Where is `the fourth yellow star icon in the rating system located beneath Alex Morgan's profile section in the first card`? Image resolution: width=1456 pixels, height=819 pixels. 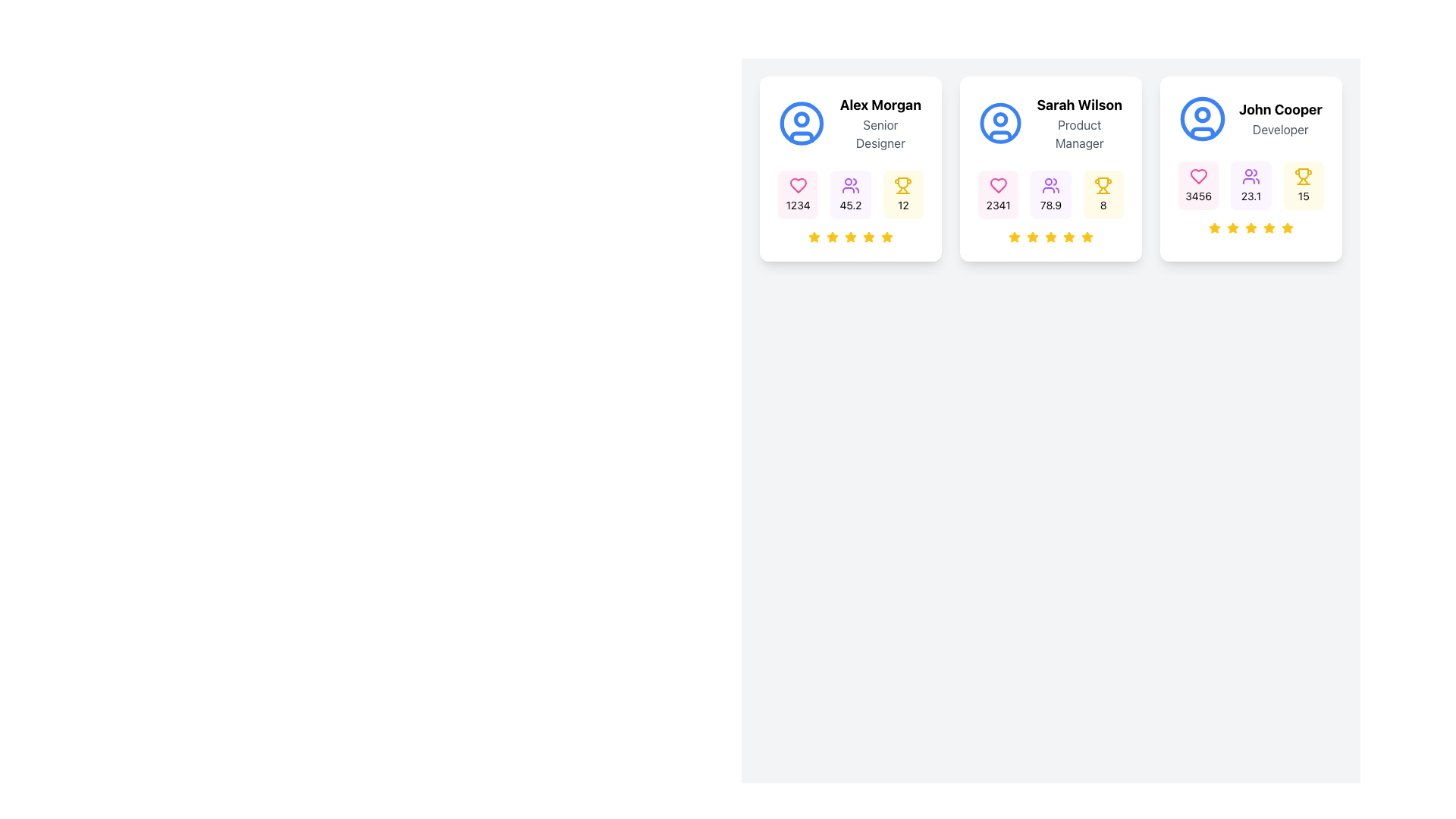
the fourth yellow star icon in the rating system located beneath Alex Morgan's profile section in the first card is located at coordinates (851, 237).